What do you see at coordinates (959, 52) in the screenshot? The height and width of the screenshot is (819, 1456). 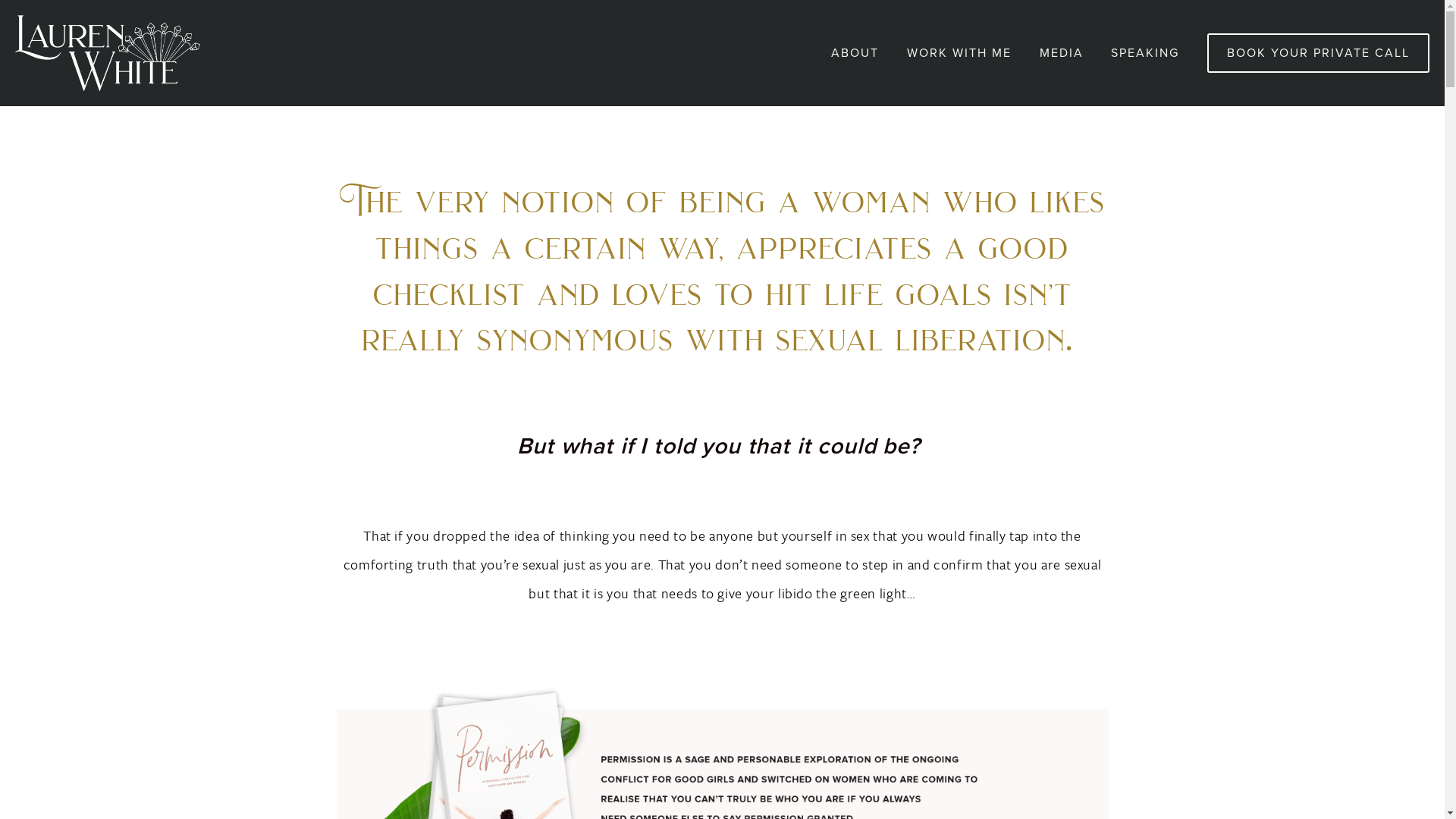 I see `'WORK WITH ME'` at bounding box center [959, 52].